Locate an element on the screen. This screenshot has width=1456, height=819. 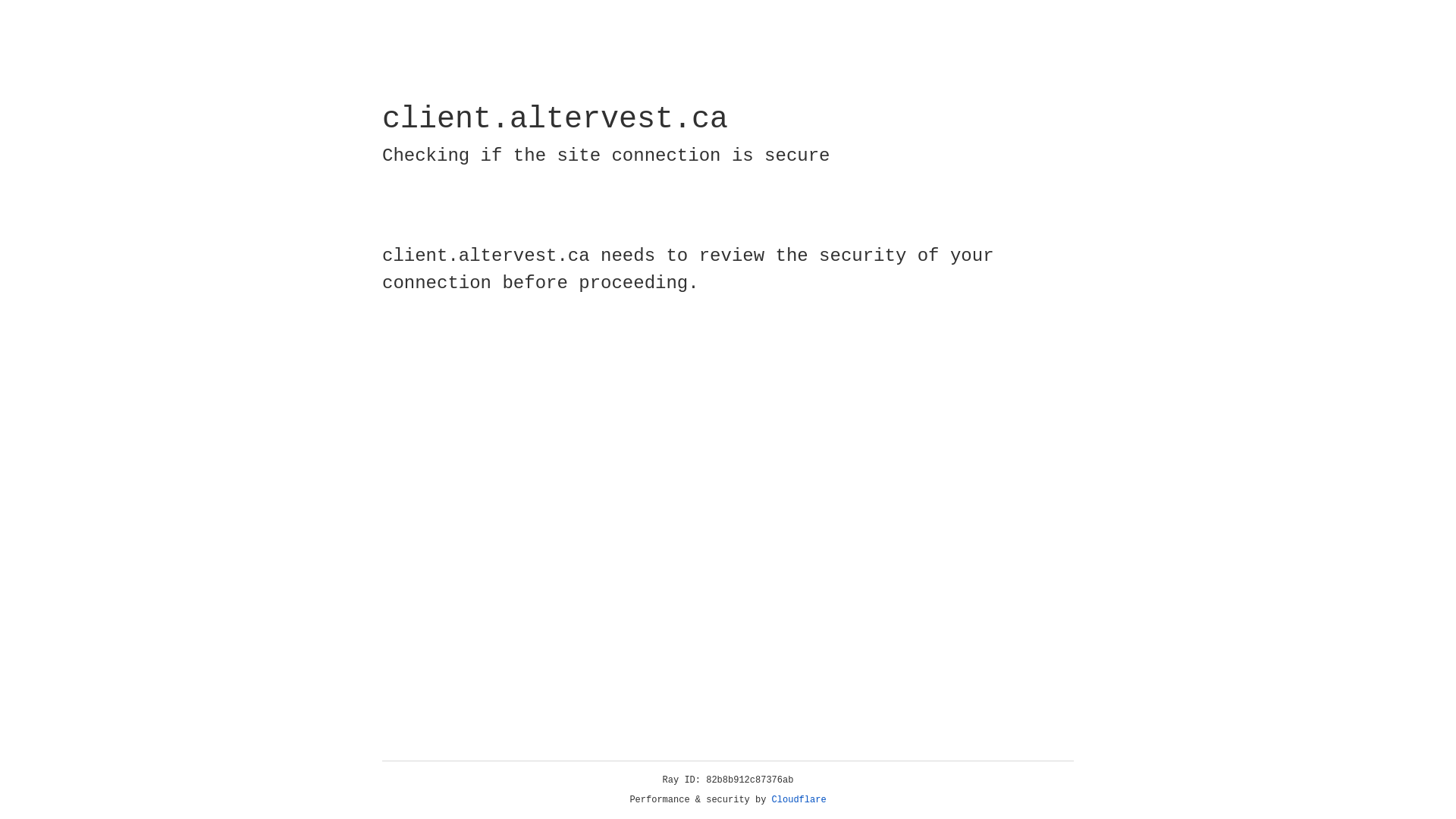
'Cloudflare' is located at coordinates (799, 799).